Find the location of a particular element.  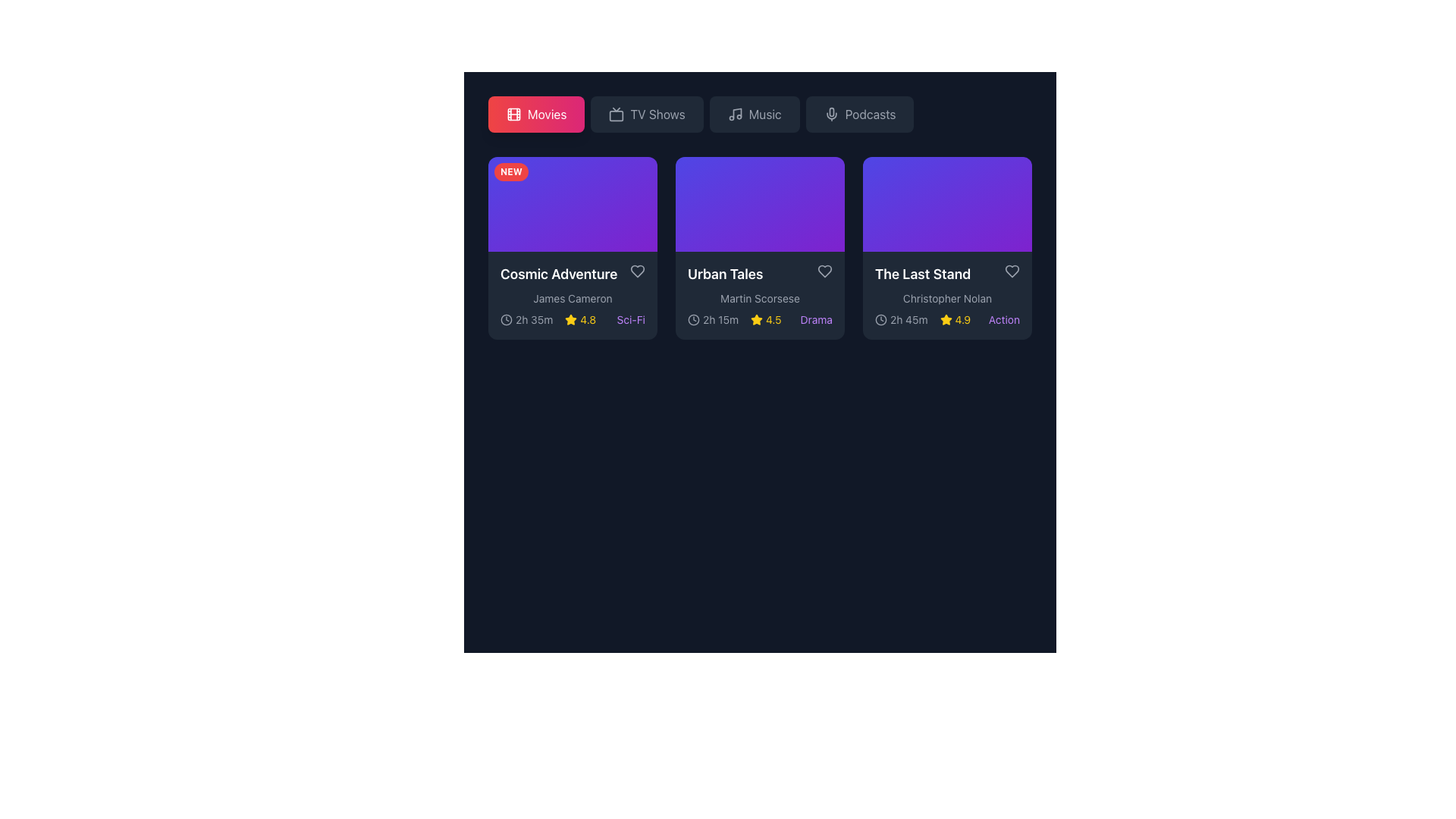

the play button located at the center of the card titled 'The Last Stand' to play the associated content is located at coordinates (946, 203).